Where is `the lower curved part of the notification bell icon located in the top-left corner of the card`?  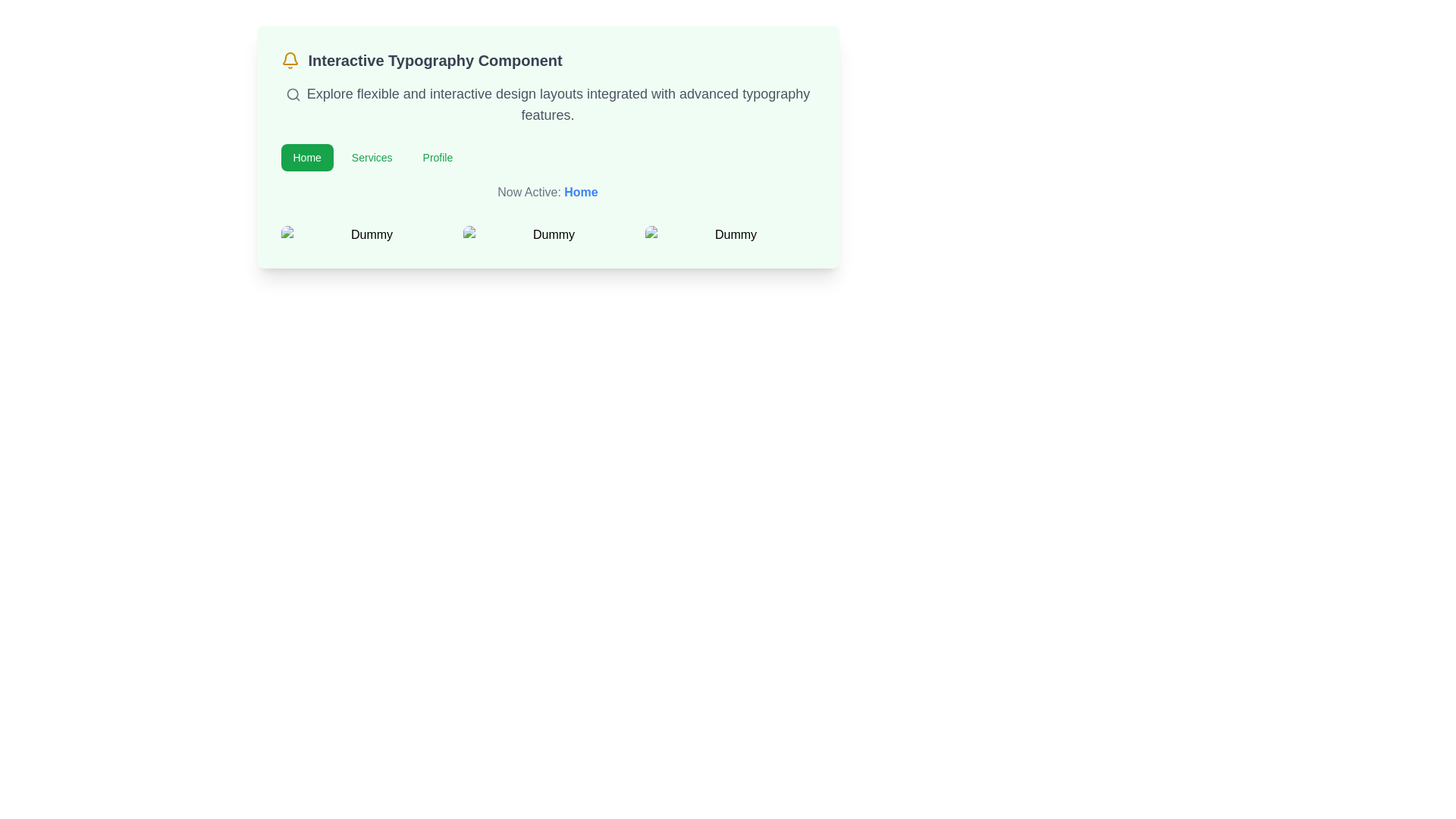 the lower curved part of the notification bell icon located in the top-left corner of the card is located at coordinates (290, 58).